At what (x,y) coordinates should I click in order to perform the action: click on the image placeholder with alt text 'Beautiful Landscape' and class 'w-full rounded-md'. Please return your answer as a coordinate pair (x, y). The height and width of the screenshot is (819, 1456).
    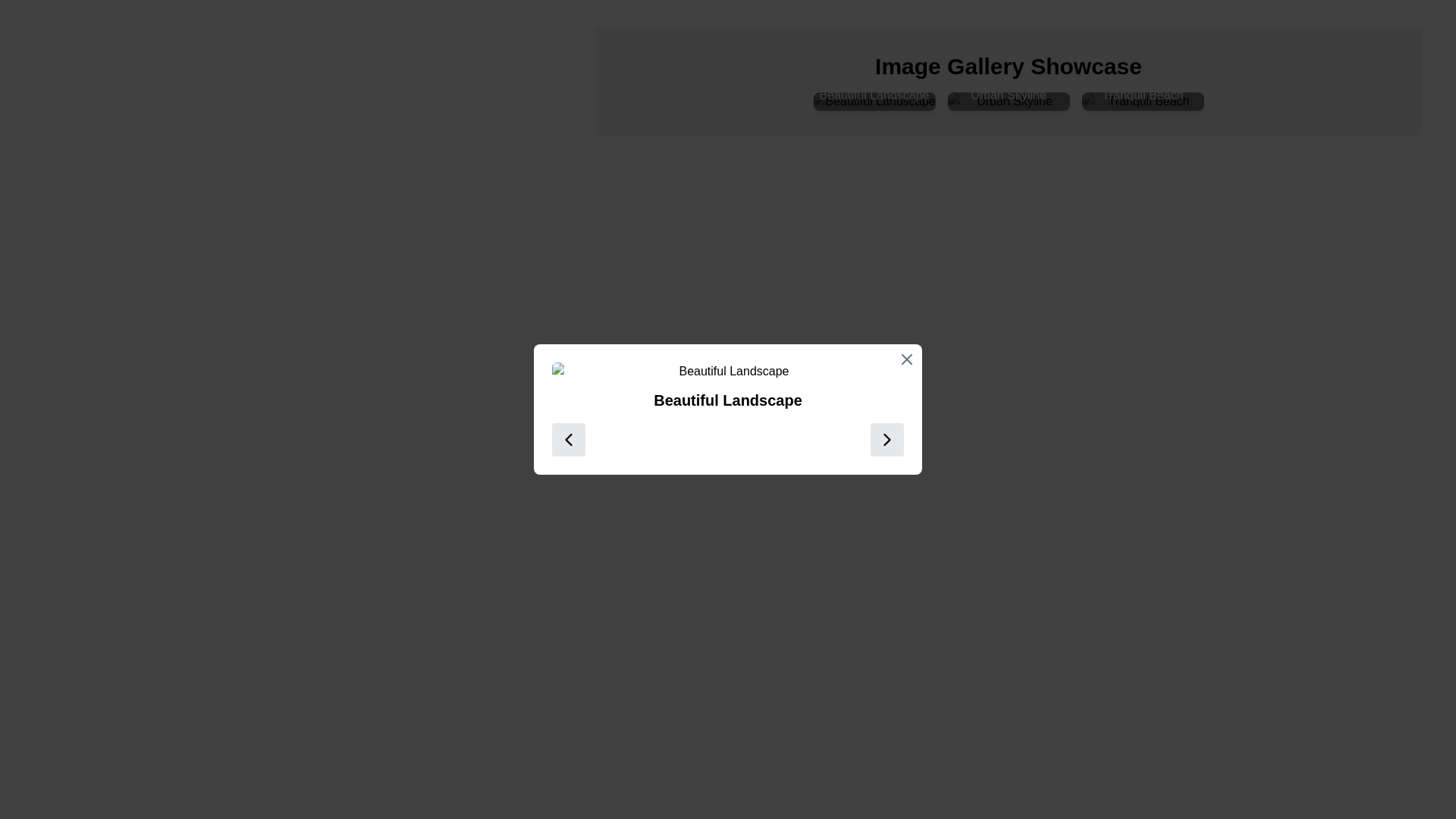
    Looking at the image, I should click on (728, 371).